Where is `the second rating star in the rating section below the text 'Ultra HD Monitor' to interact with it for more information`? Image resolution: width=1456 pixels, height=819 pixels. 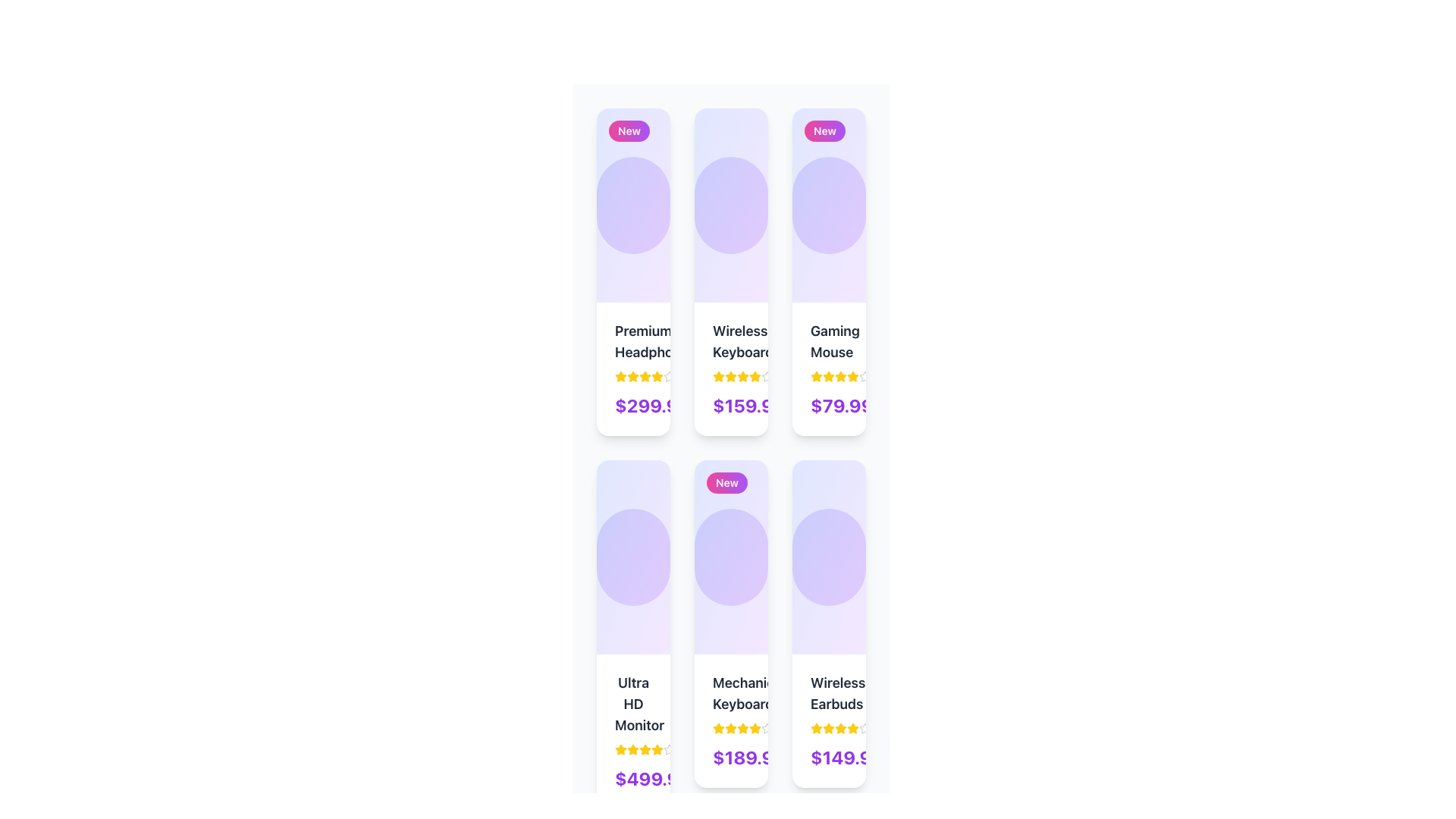
the second rating star in the rating section below the text 'Ultra HD Monitor' to interact with it for more information is located at coordinates (633, 748).